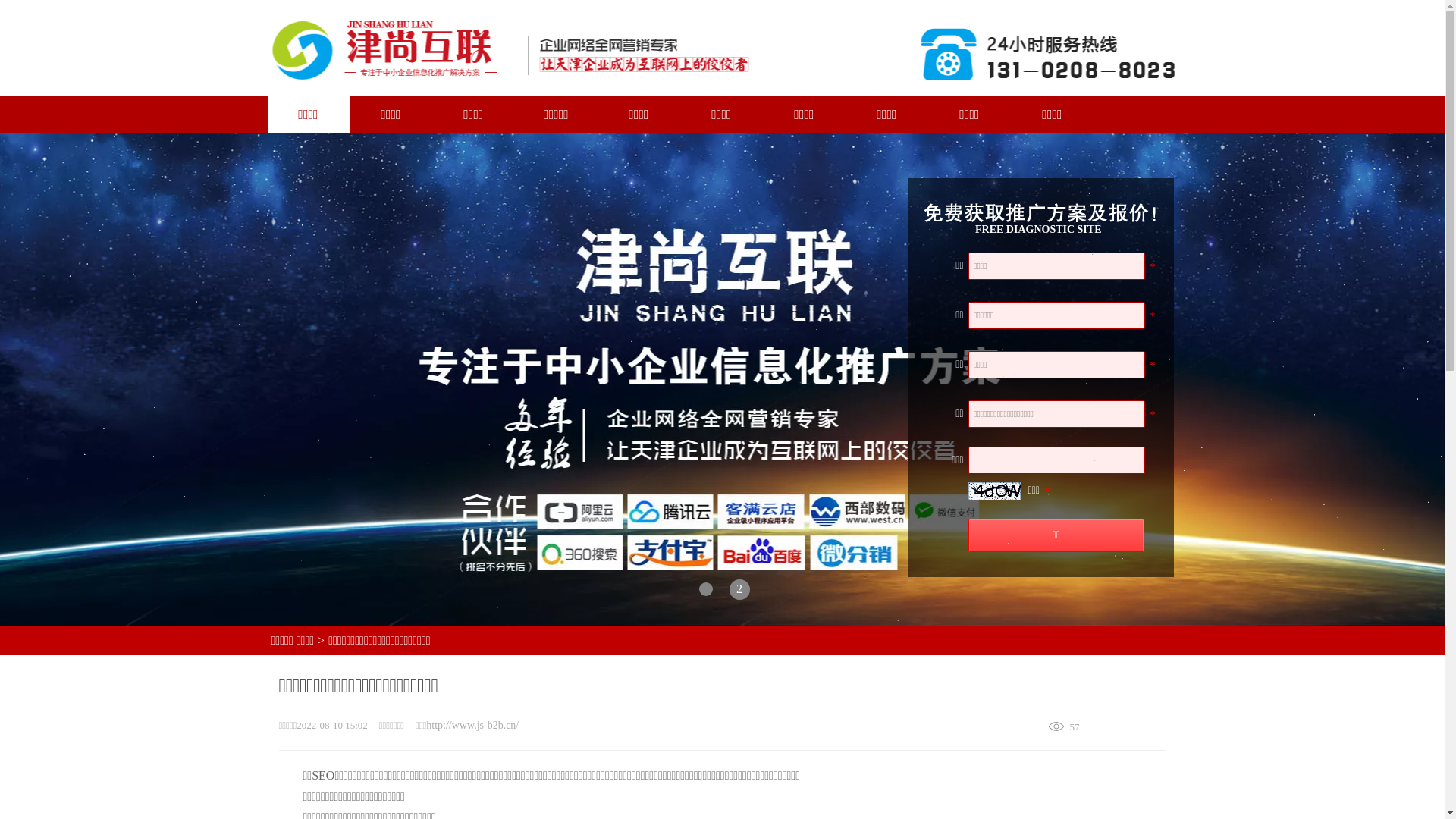 Image resolution: width=1456 pixels, height=819 pixels. What do you see at coordinates (472, 724) in the screenshot?
I see `'http://www.js-b2b.cn/'` at bounding box center [472, 724].